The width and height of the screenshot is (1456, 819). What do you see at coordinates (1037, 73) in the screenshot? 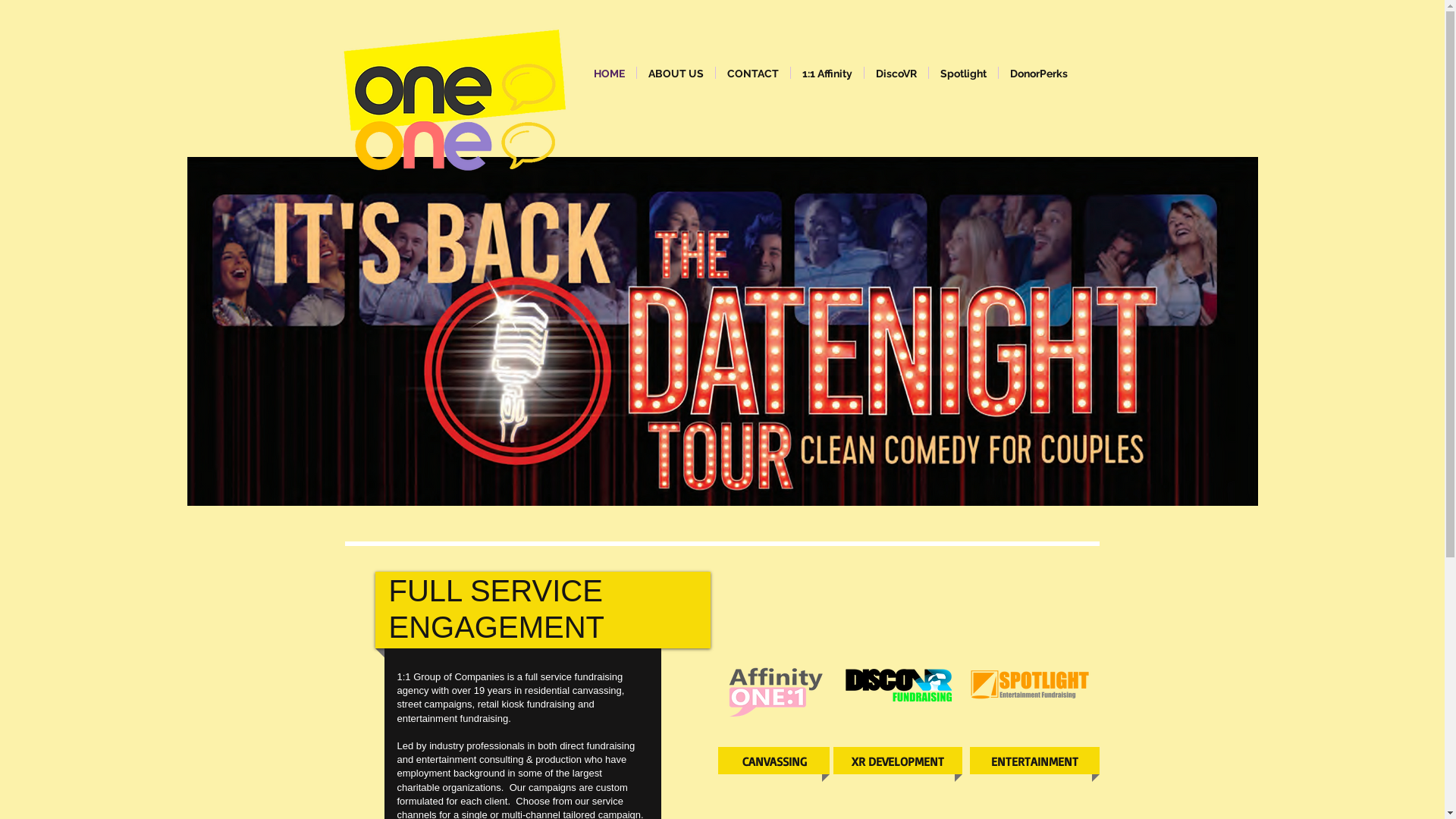
I see `'DonorPerks'` at bounding box center [1037, 73].